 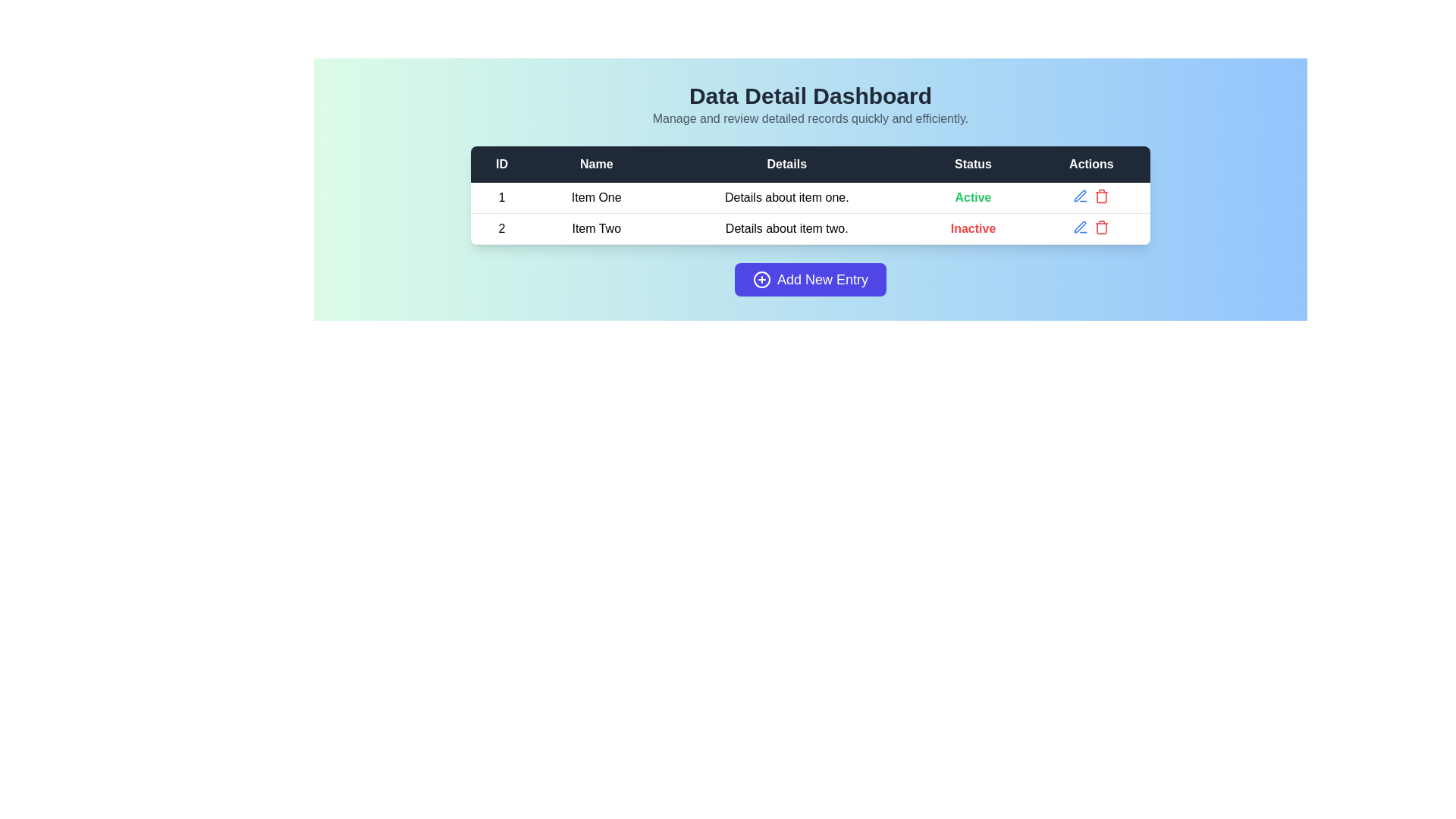 What do you see at coordinates (786, 164) in the screenshot?
I see `the 'Details' column header in the data table, which is located centrally in the header row between 'Name' and 'Status'` at bounding box center [786, 164].